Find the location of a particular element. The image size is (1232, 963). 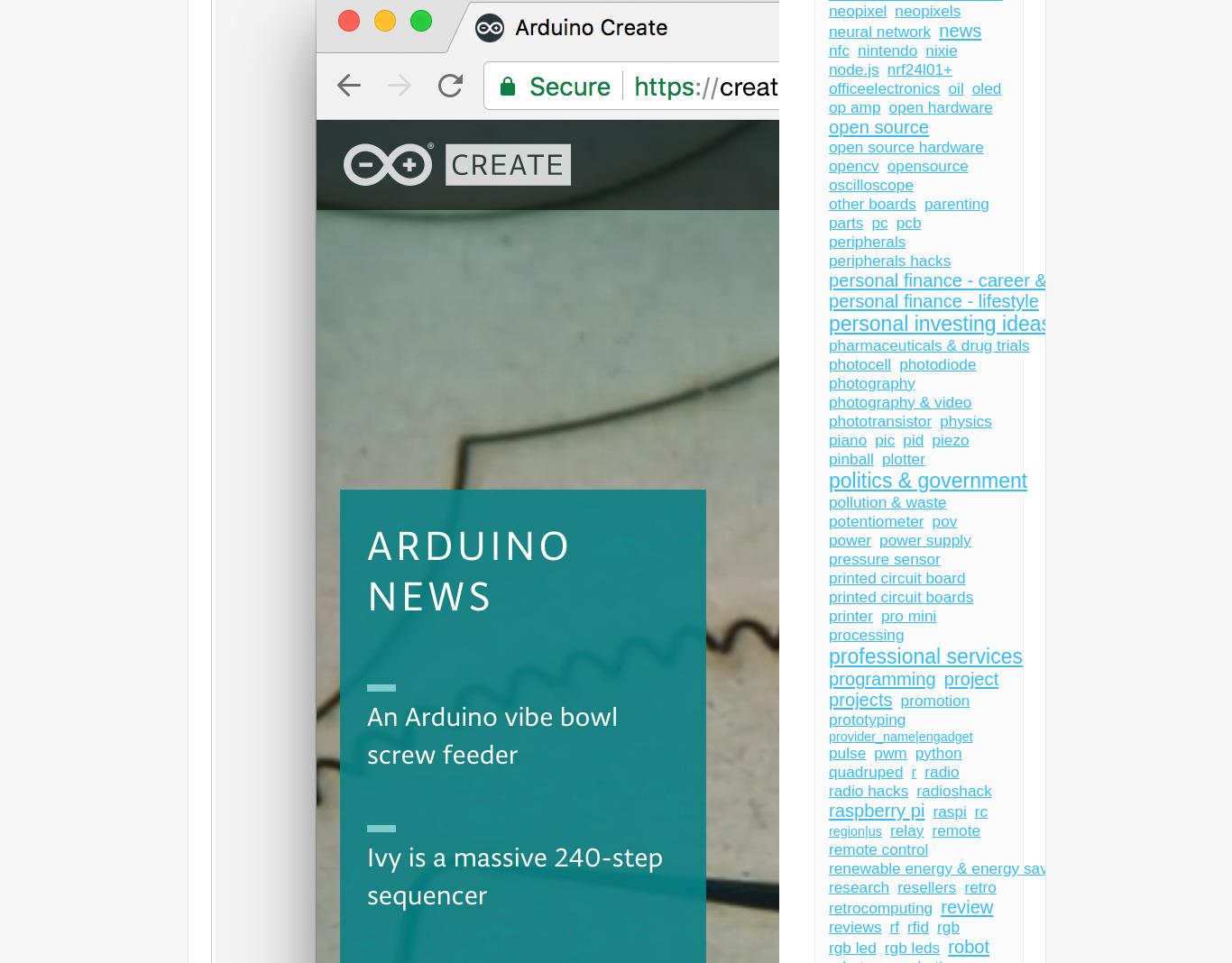

'printer' is located at coordinates (850, 615).